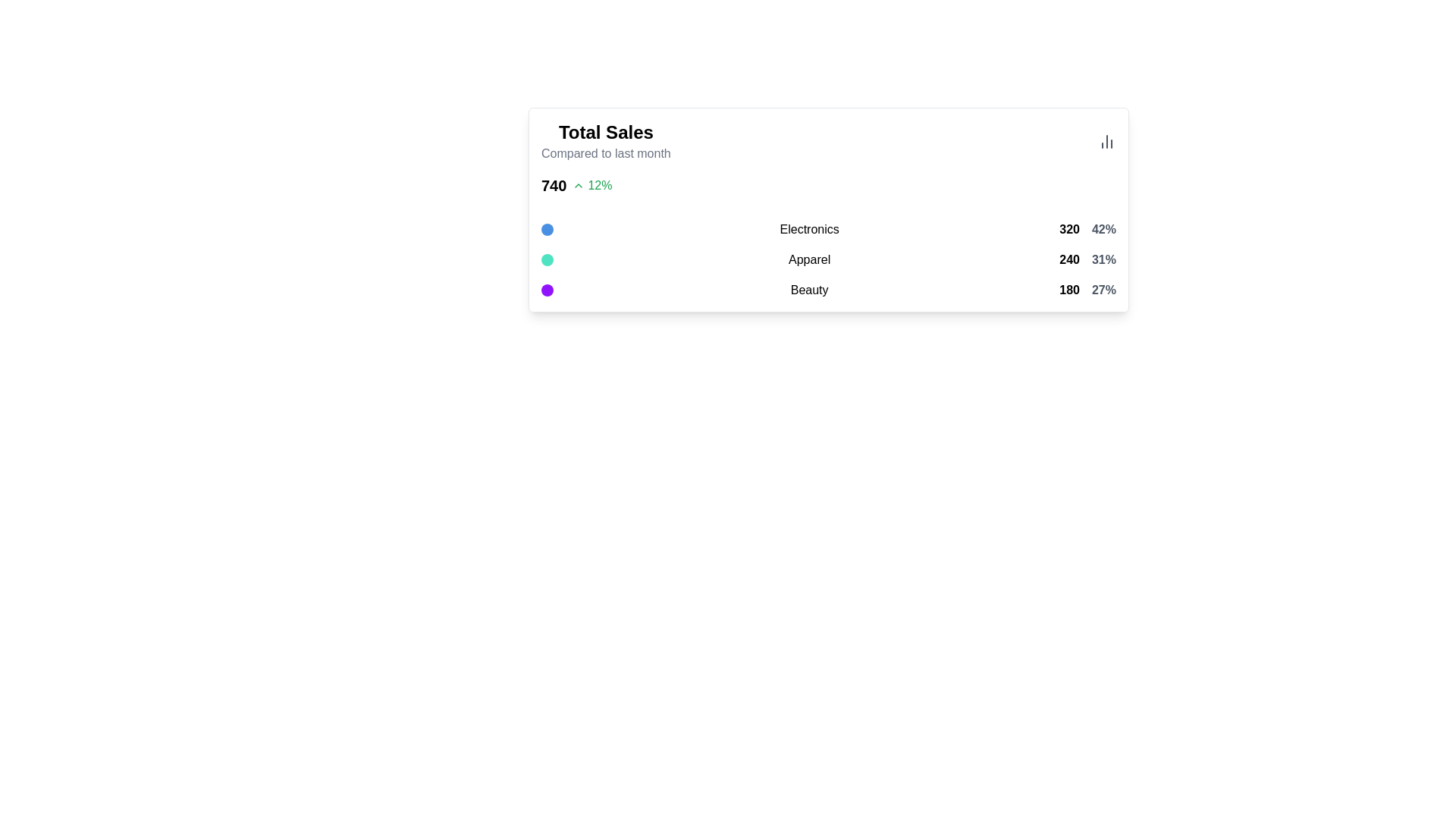  Describe the element at coordinates (1103, 230) in the screenshot. I see `the text '42%' which is styled in bold gray font, located next to the number '320' in the top-right section of the 'Electronics' category` at that location.